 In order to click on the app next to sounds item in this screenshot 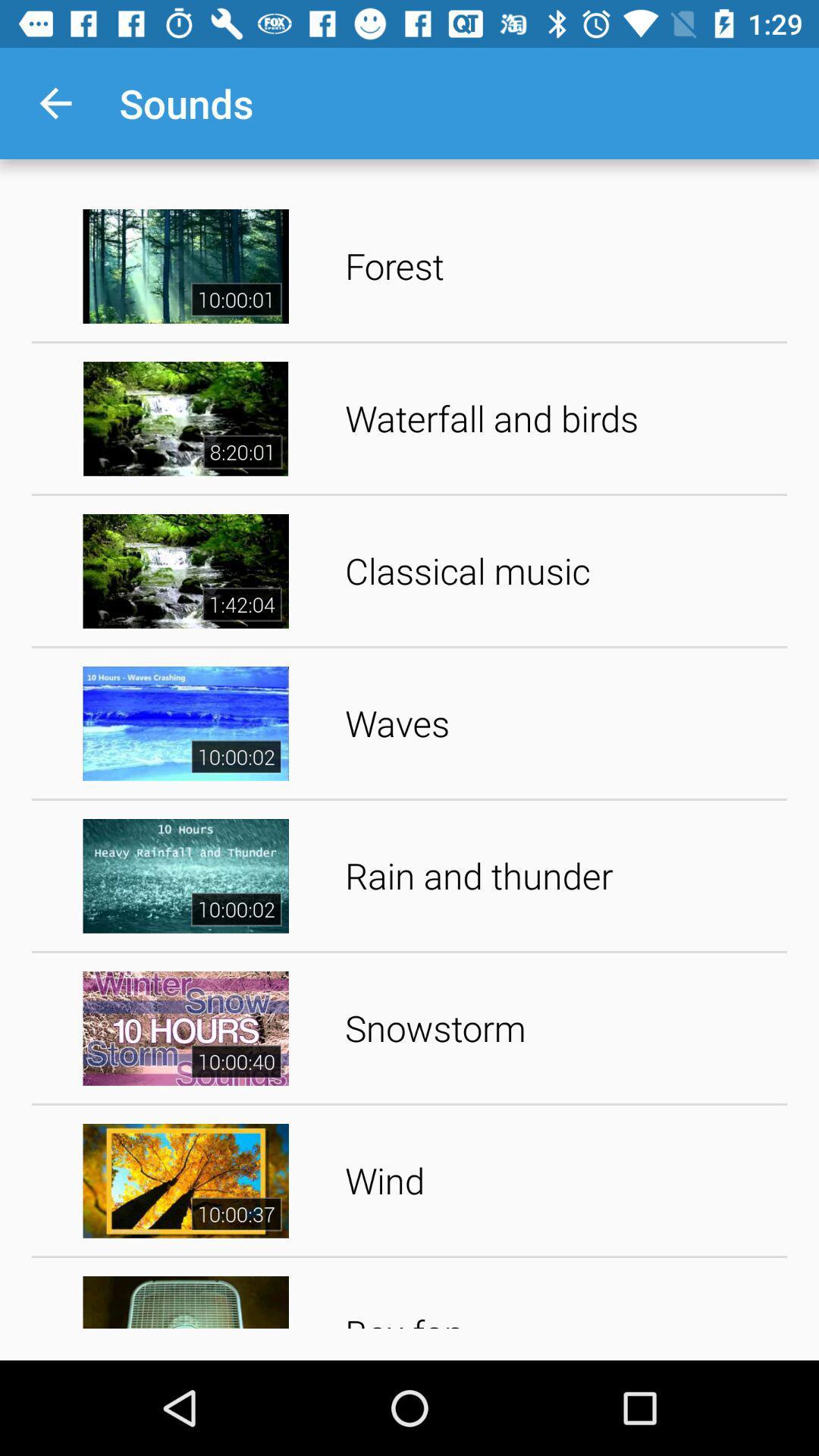, I will do `click(55, 102)`.